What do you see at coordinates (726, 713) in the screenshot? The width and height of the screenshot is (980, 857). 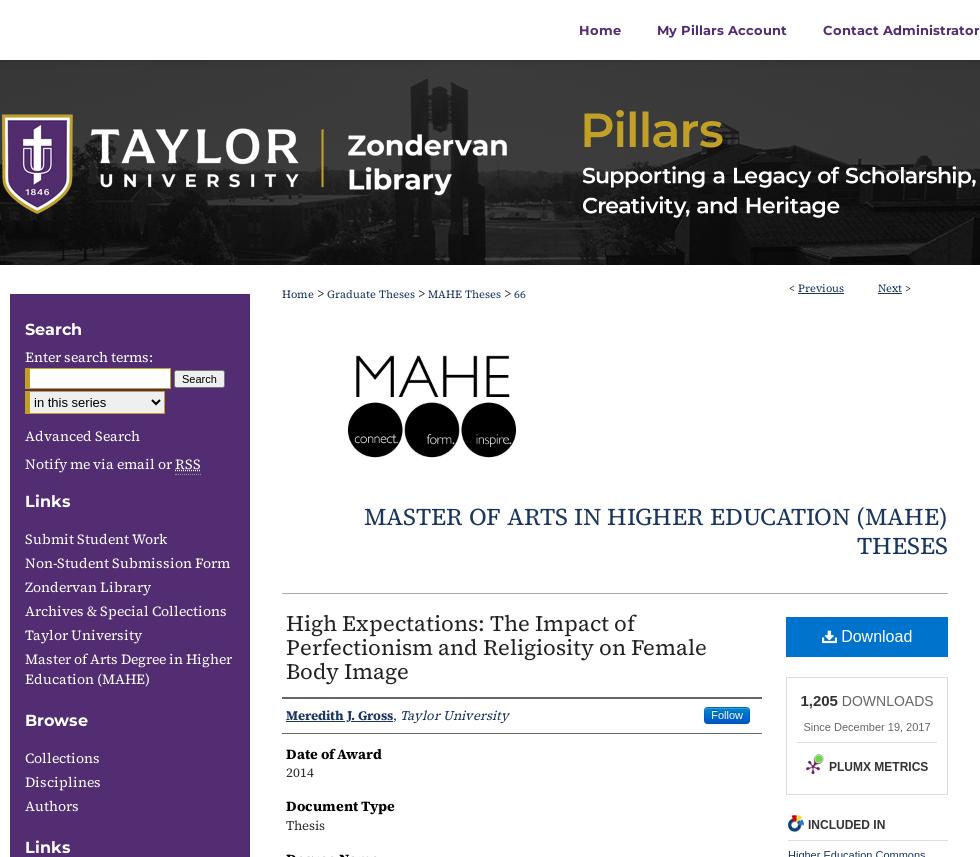 I see `'Follow'` at bounding box center [726, 713].